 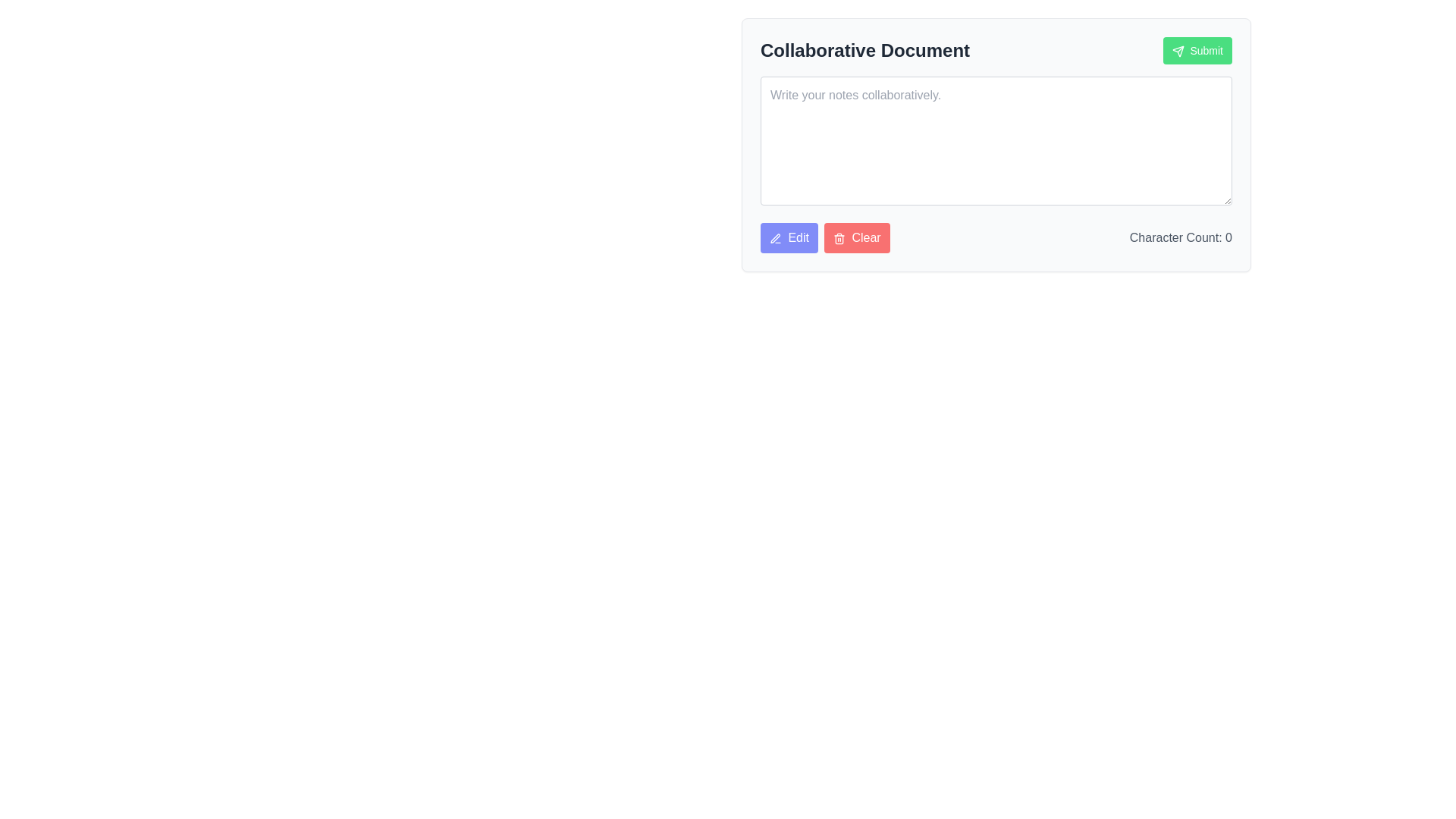 I want to click on the 'Clear' button, which is a rectangular button with white text on a red background, featuring a trash bin icon on the left side, located in the 'Collaborative Document' widget below the text input area, so click(x=857, y=237).